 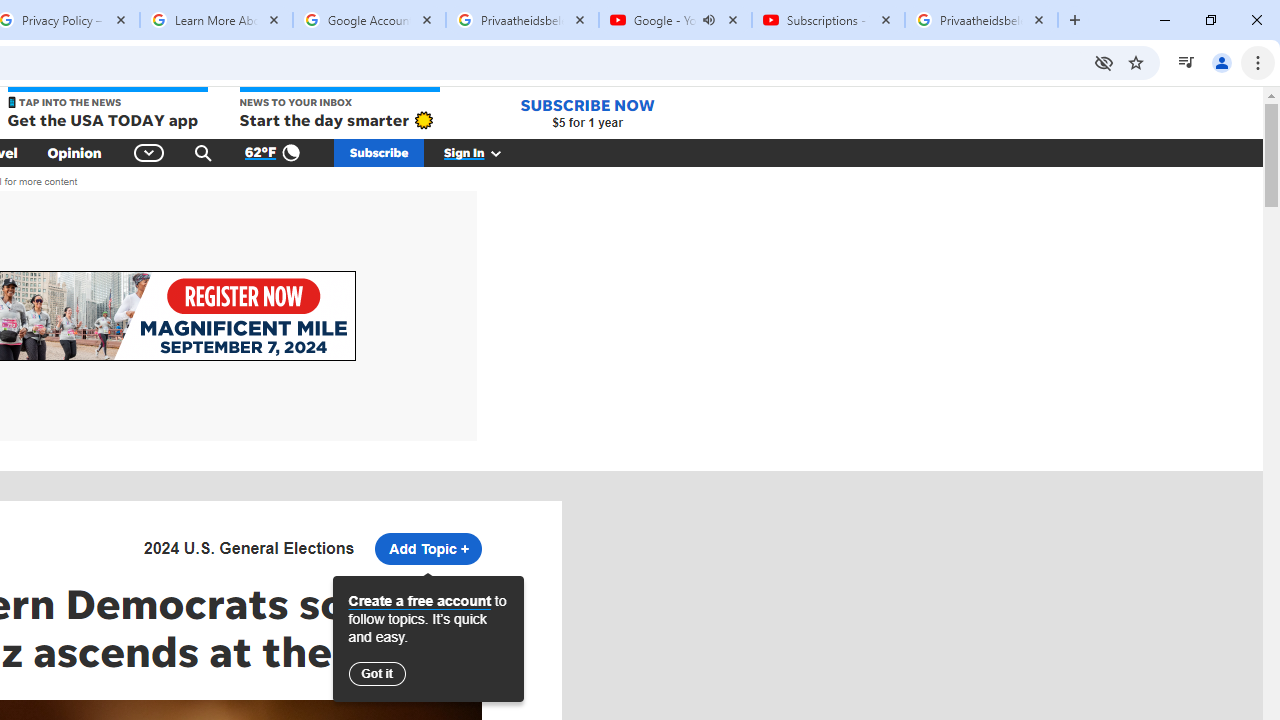 What do you see at coordinates (1165, 20) in the screenshot?
I see `'Minimize'` at bounding box center [1165, 20].